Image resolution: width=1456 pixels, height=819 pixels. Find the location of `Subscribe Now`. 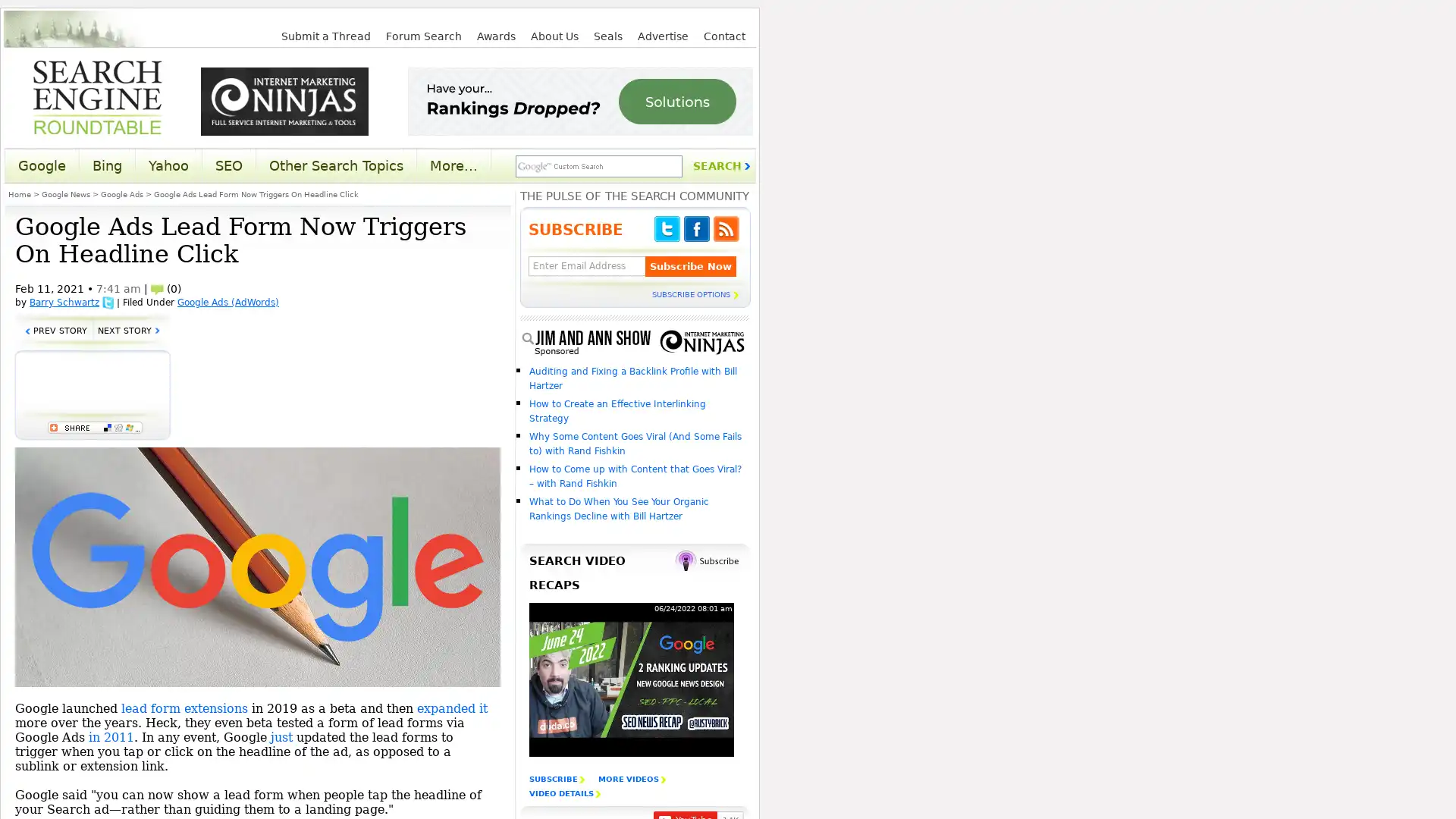

Subscribe Now is located at coordinates (690, 265).